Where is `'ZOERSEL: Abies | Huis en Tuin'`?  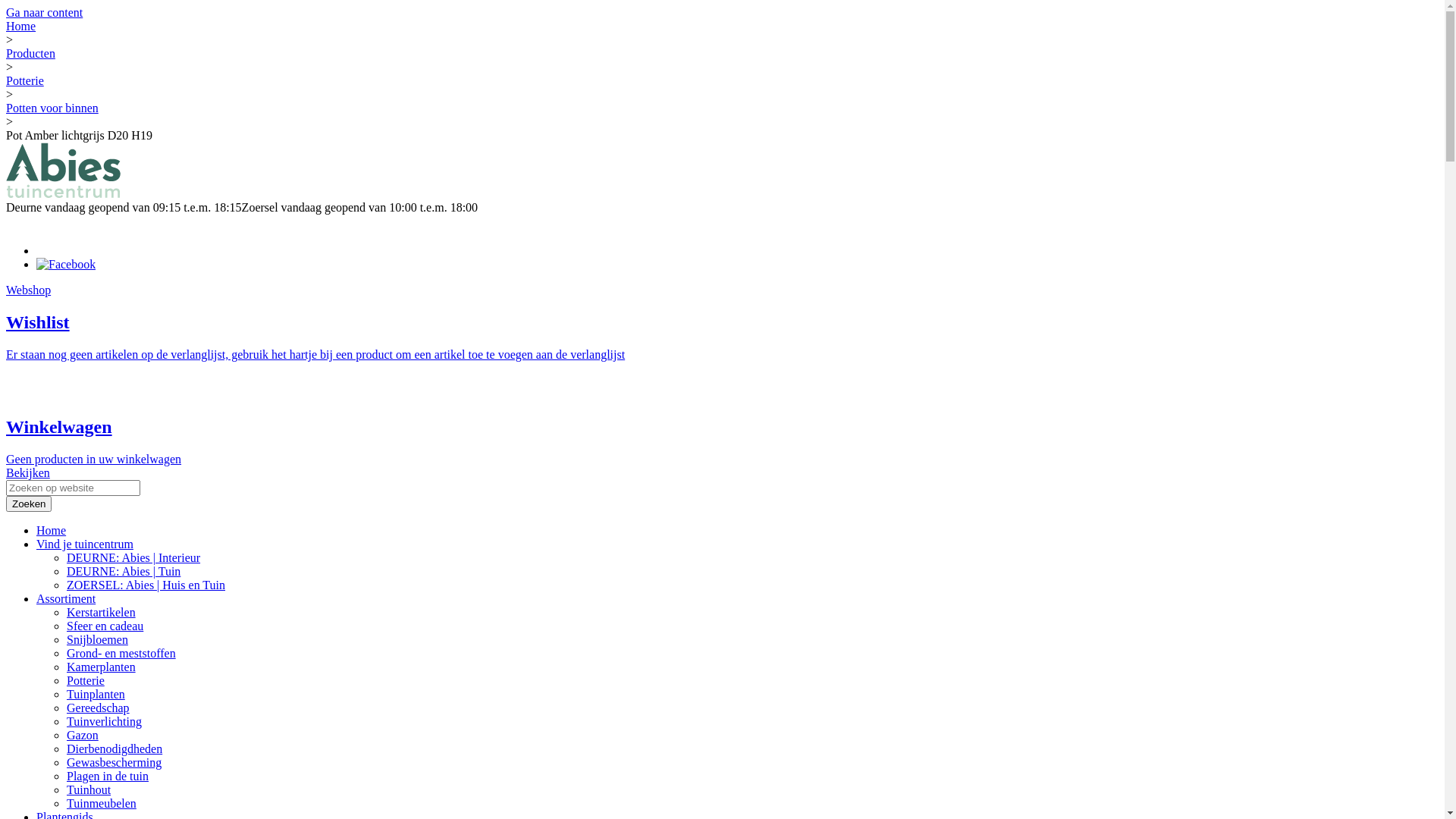 'ZOERSEL: Abies | Huis en Tuin' is located at coordinates (146, 584).